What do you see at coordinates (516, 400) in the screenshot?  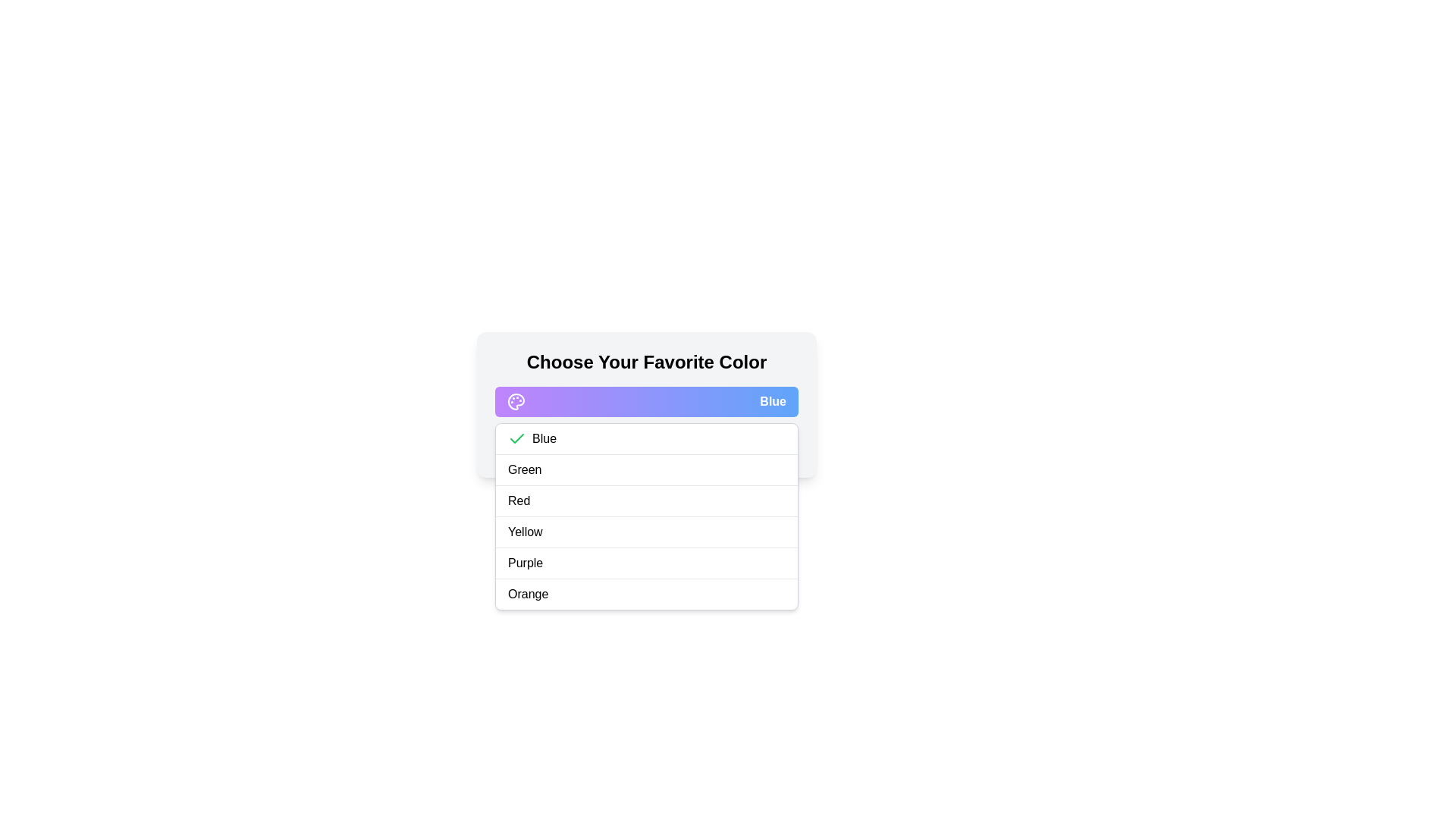 I see `the circular palette icon styled in purple, located to the left of the title 'Choose Your Favorite Color'` at bounding box center [516, 400].